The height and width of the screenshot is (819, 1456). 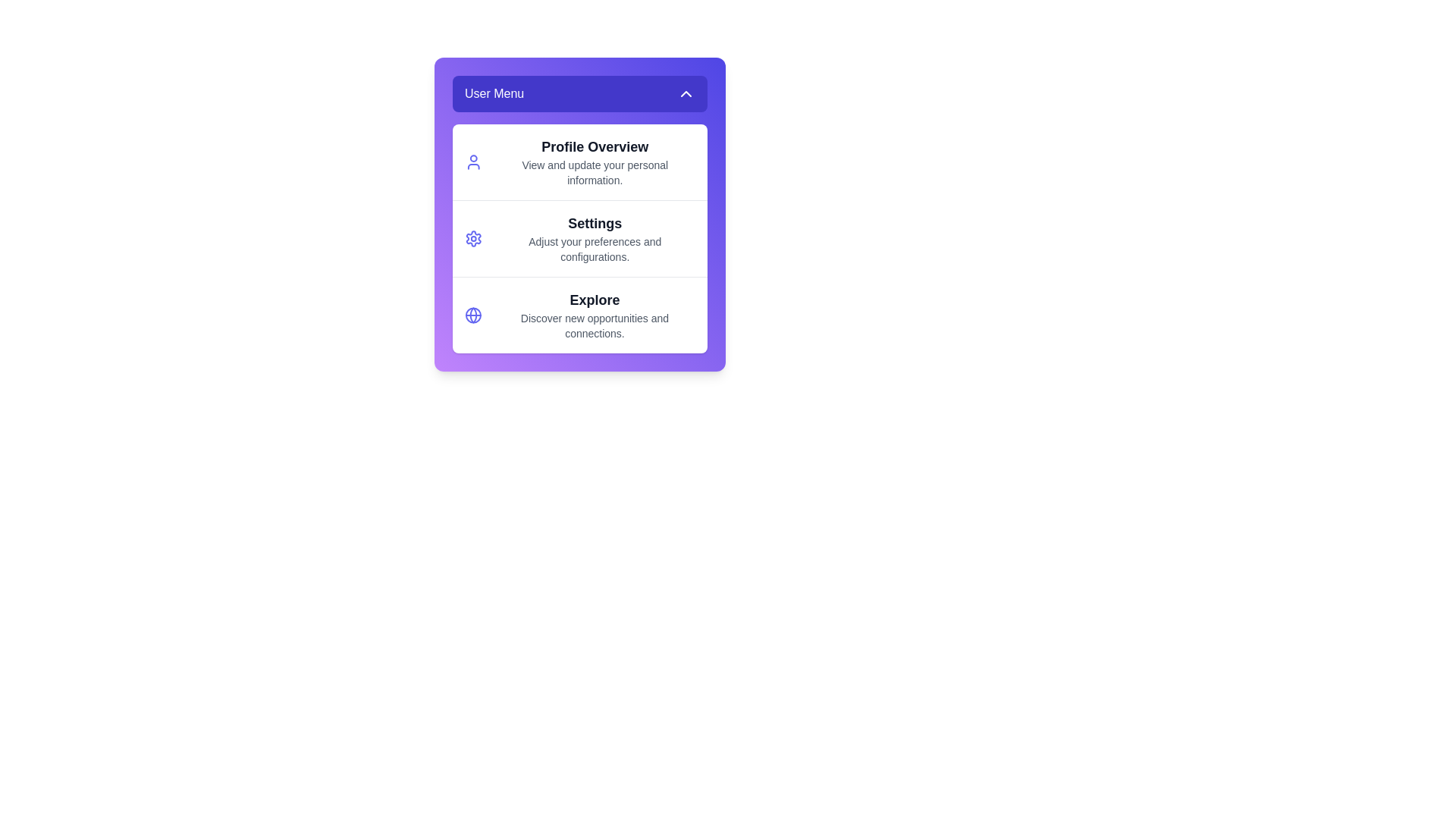 What do you see at coordinates (594, 146) in the screenshot?
I see `text header labeled 'Profile Overview' which is displayed in bold gray font against a white background within the user menu interface, located at the top of the menu section beneath the profile icon` at bounding box center [594, 146].